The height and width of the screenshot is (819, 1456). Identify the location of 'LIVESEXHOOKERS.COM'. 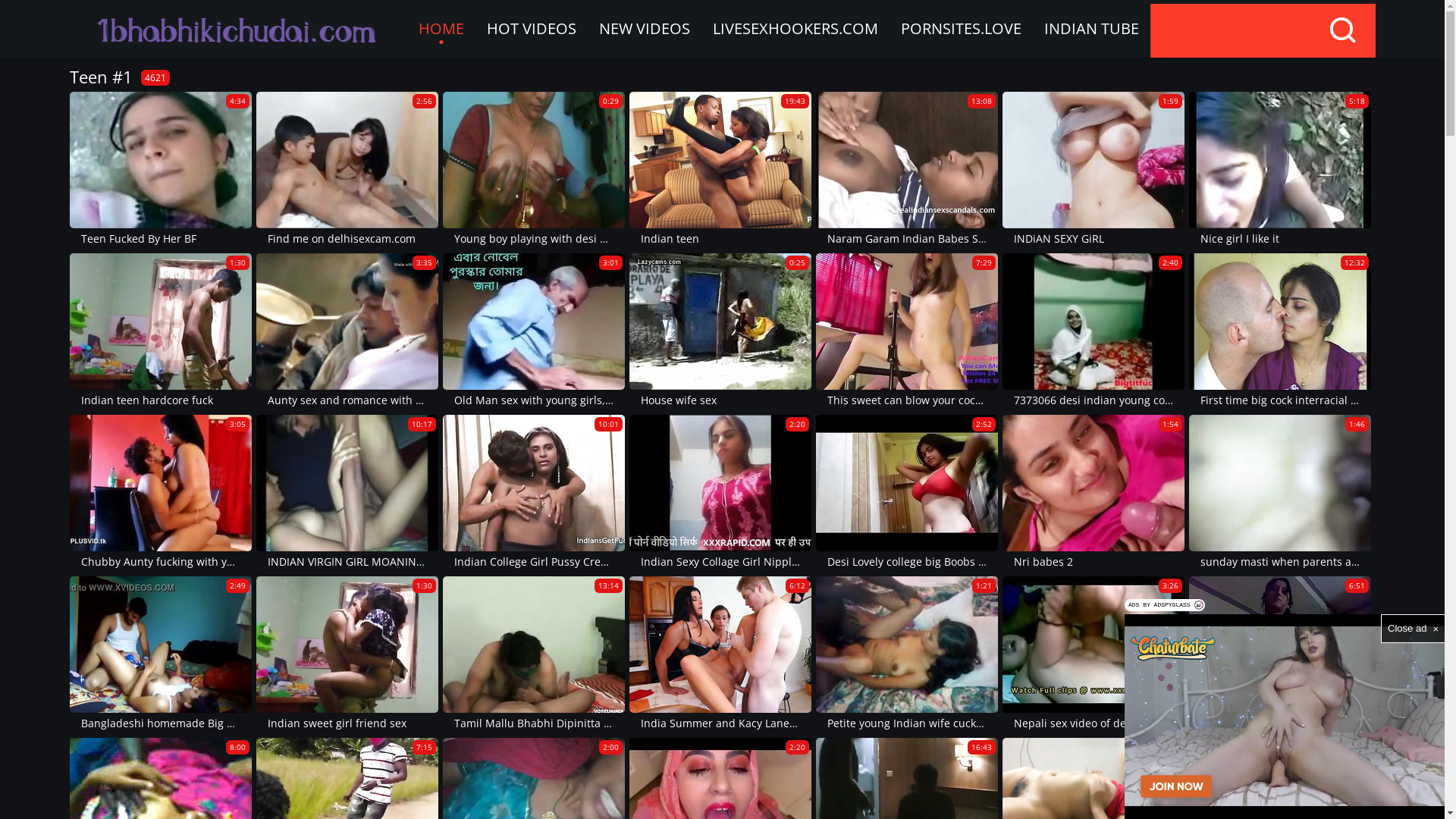
(793, 29).